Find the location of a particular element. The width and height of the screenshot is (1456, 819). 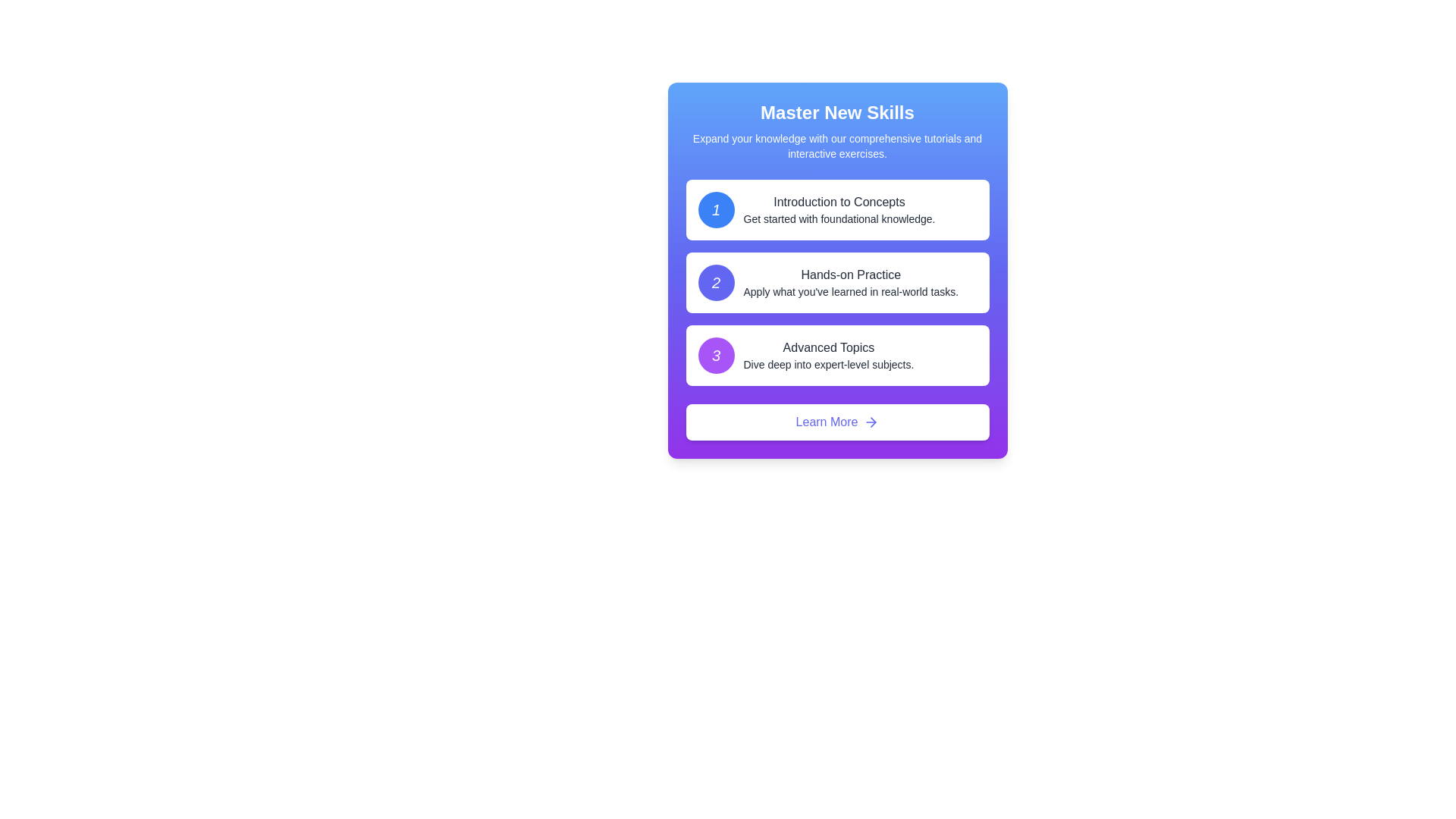

the text label that reads 'Master New Skills', which is prominently displayed in white on a blue background at the top of the card-like component is located at coordinates (836, 112).